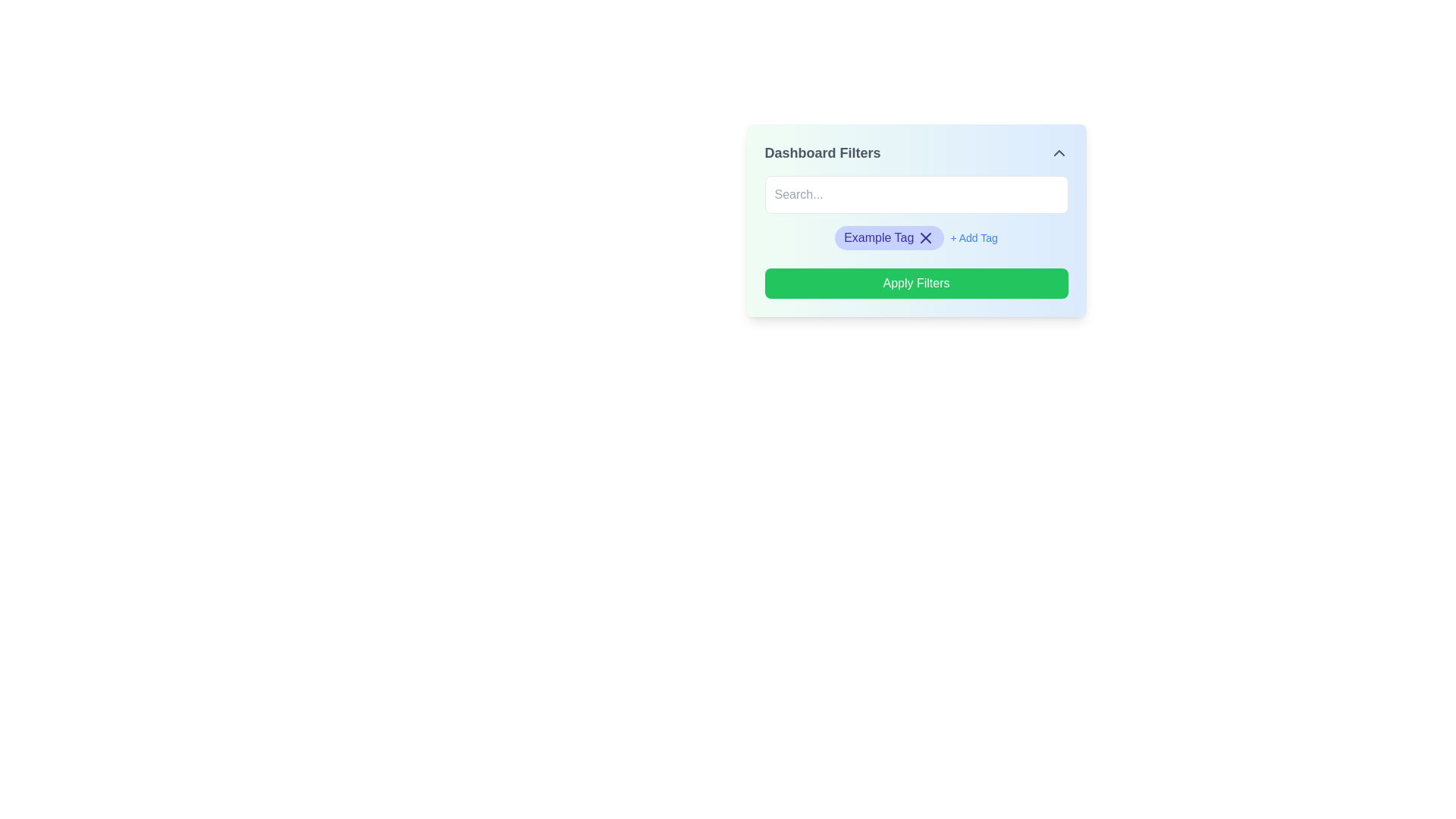  I want to click on the Chevron Up icon located in the top-right corner of the Dashboard Filters header section, so click(1058, 152).